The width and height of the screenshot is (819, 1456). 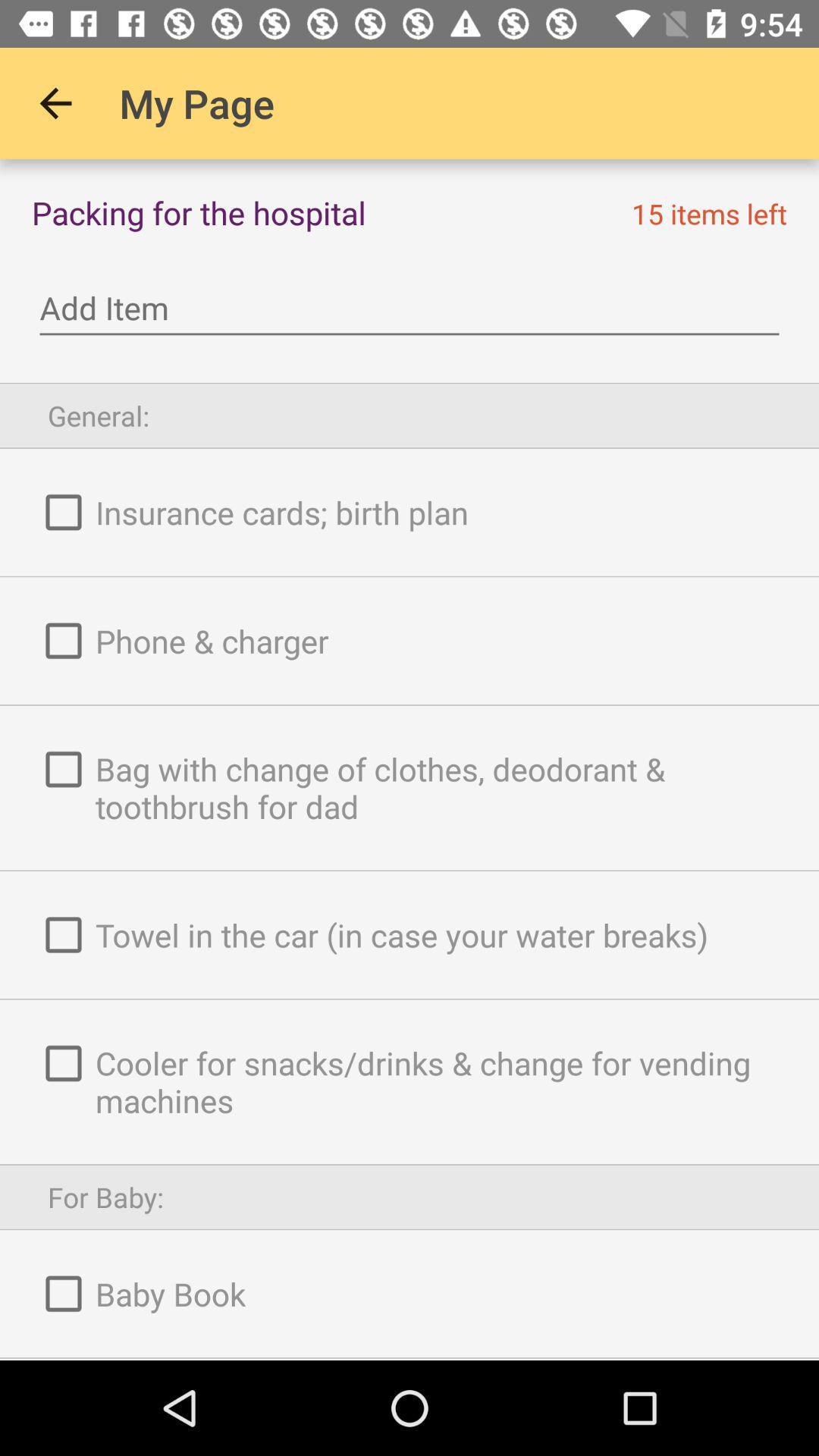 What do you see at coordinates (63, 1062) in the screenshot?
I see `the fifth check box from the top` at bounding box center [63, 1062].